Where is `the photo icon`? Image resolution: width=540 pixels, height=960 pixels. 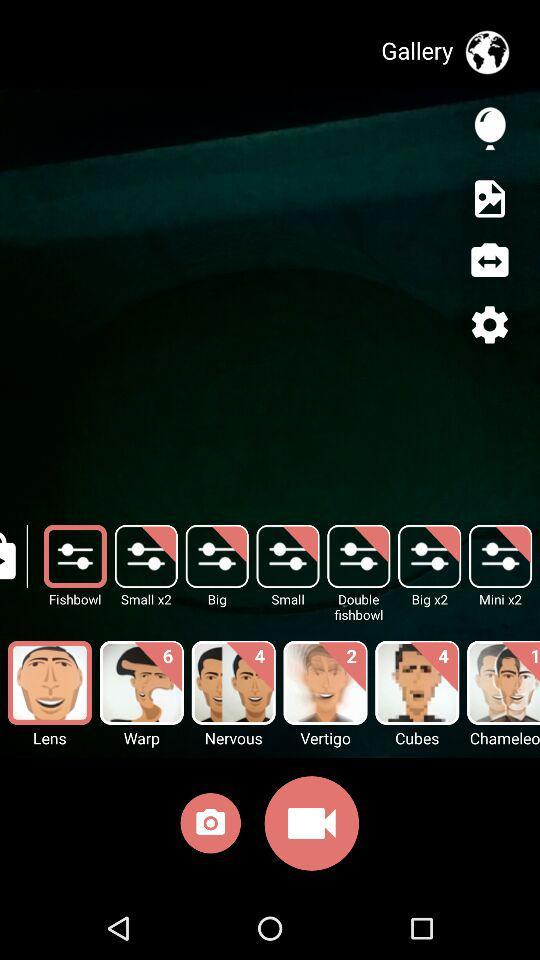 the photo icon is located at coordinates (209, 827).